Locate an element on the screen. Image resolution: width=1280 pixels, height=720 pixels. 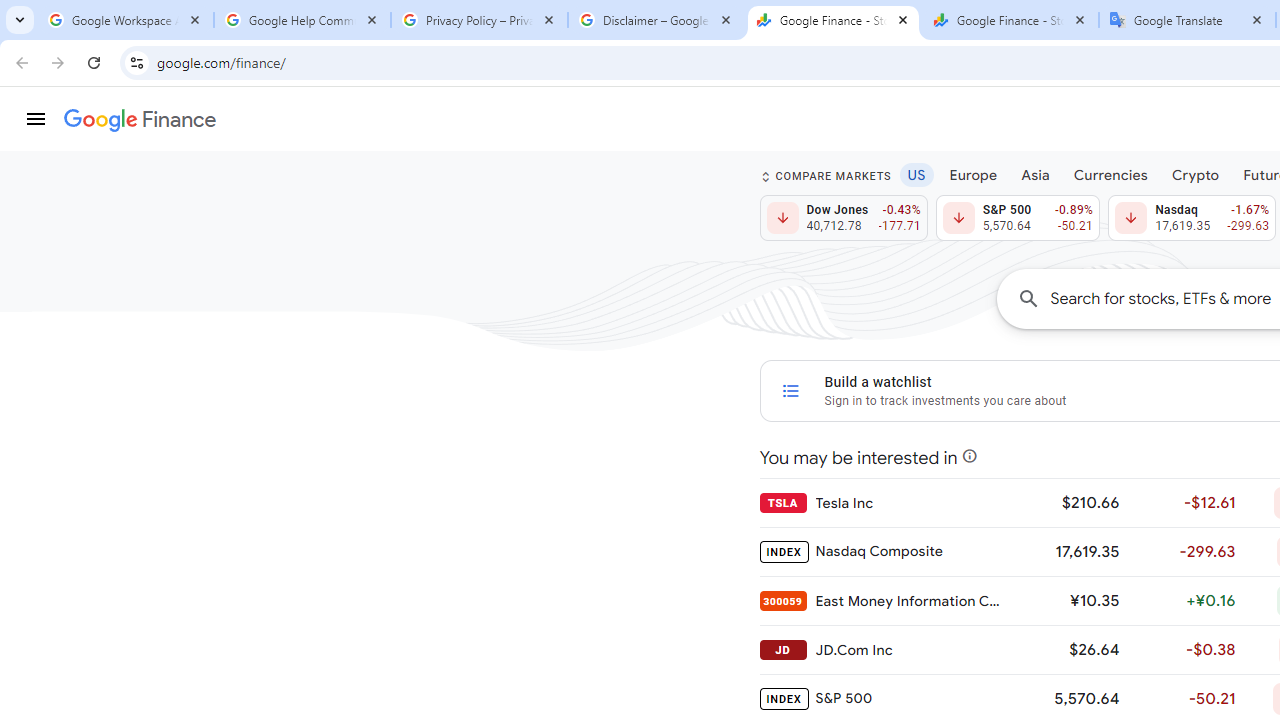
'Nasdaq 17,619.35 Down by 1.67% -299.63' is located at coordinates (1192, 218).